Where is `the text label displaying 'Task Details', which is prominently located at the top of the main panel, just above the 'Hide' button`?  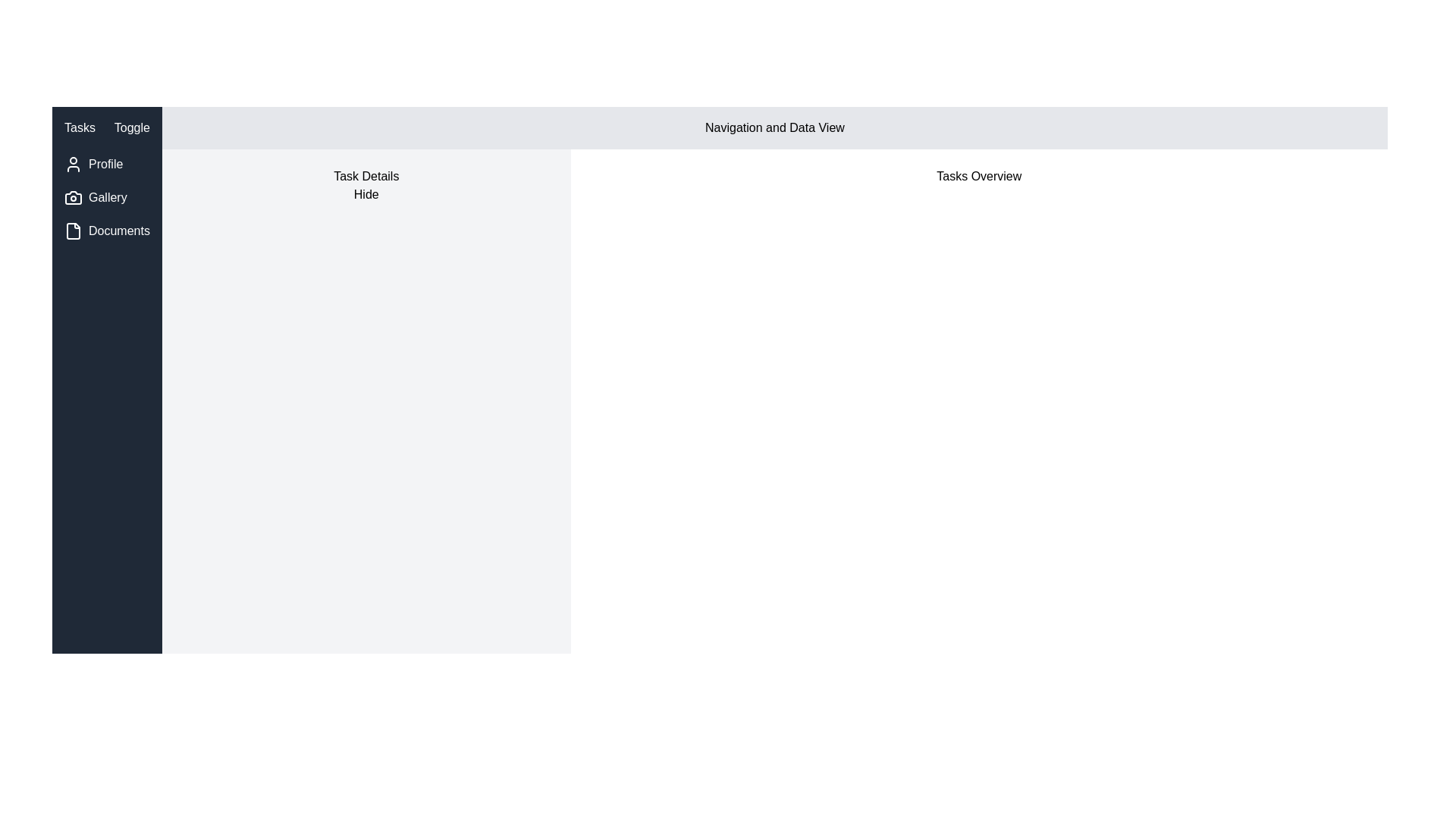
the text label displaying 'Task Details', which is prominently located at the top of the main panel, just above the 'Hide' button is located at coordinates (366, 175).